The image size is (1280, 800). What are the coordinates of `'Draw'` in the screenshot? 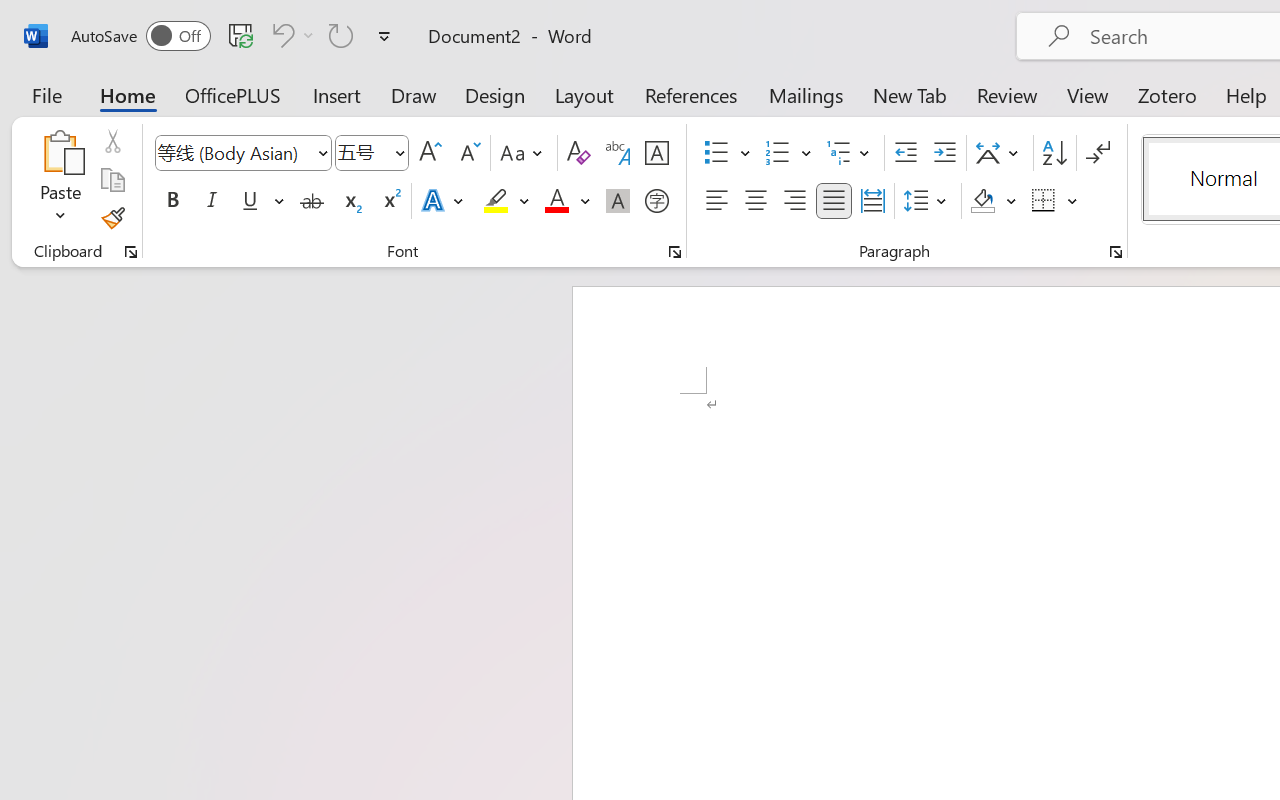 It's located at (413, 94).